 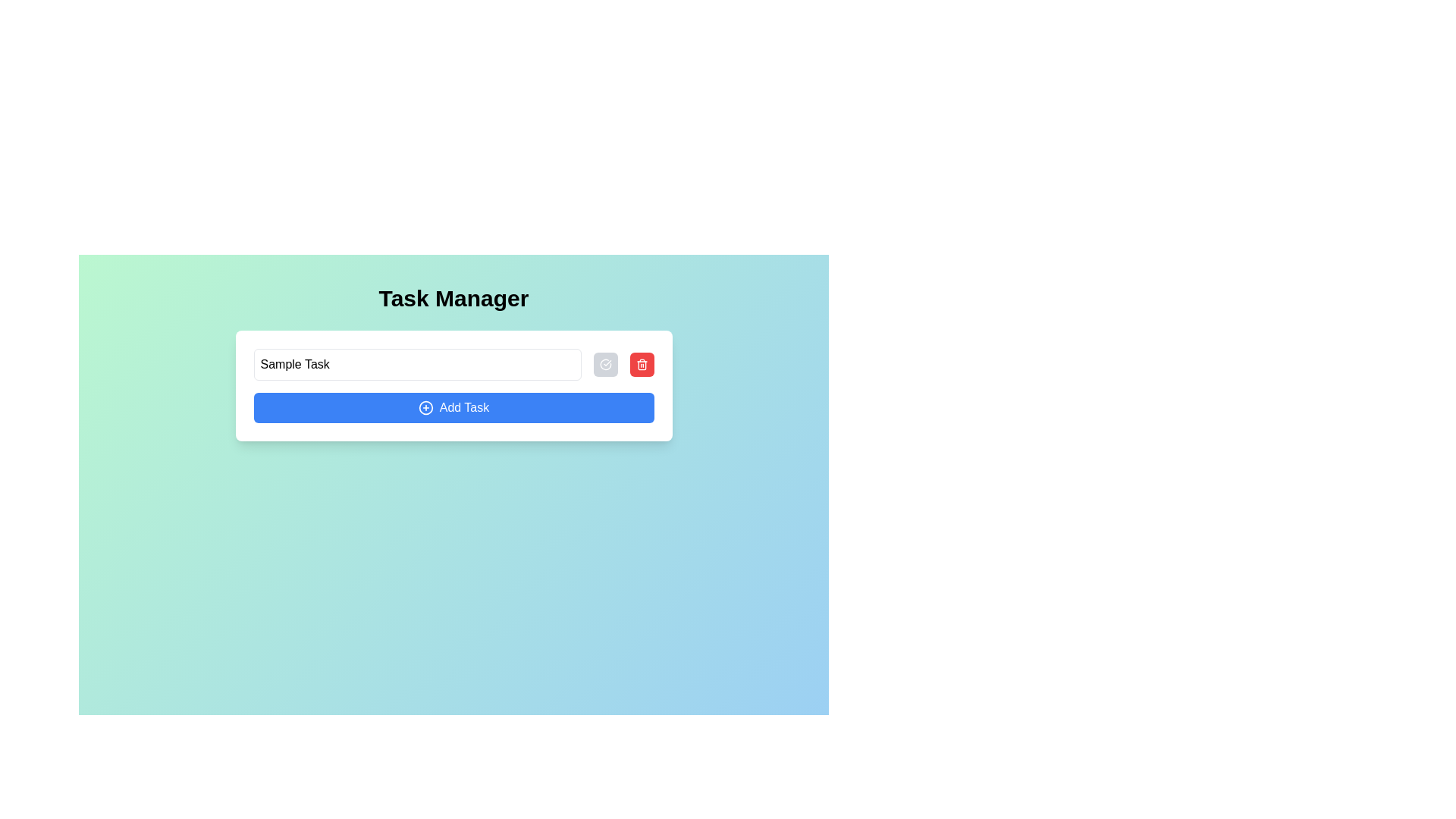 I want to click on the SVG Circle Element which has a blue border and white fill, located at the center of the plus sign icon adjacent to the 'Add Task' button, so click(x=425, y=406).